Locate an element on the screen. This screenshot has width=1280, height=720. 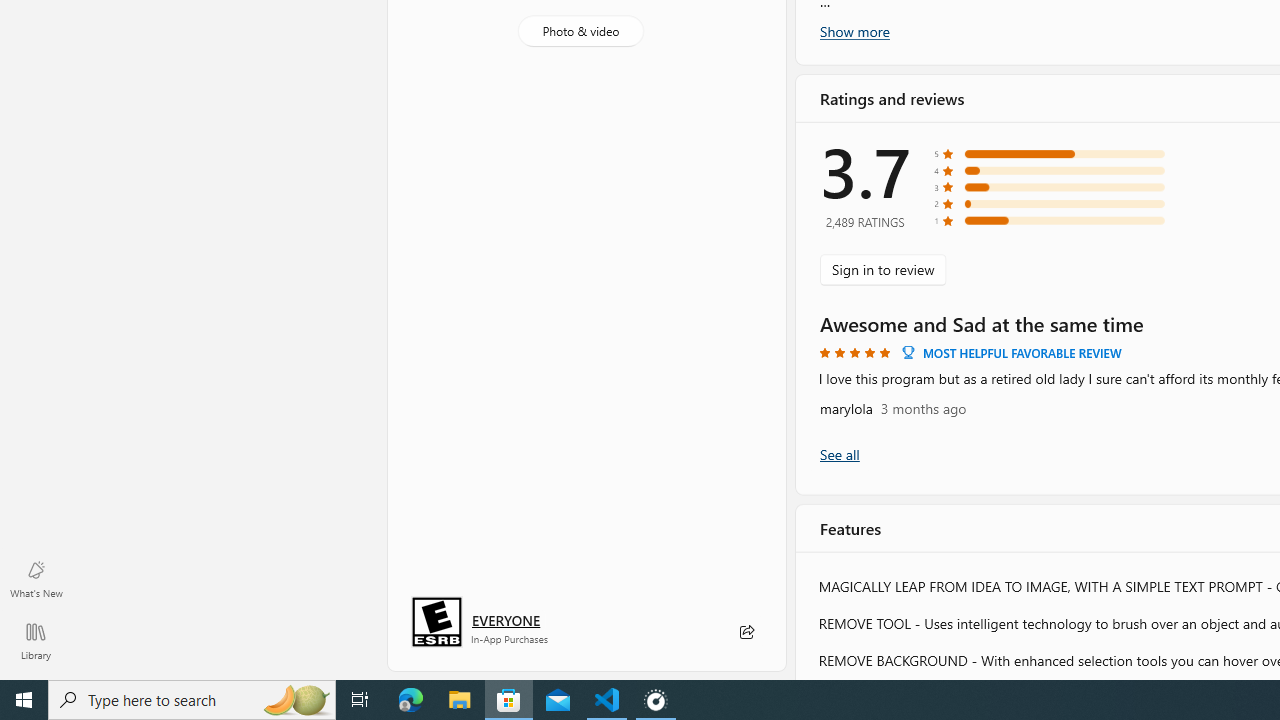
'Show all ratings and reviews' is located at coordinates (839, 454).